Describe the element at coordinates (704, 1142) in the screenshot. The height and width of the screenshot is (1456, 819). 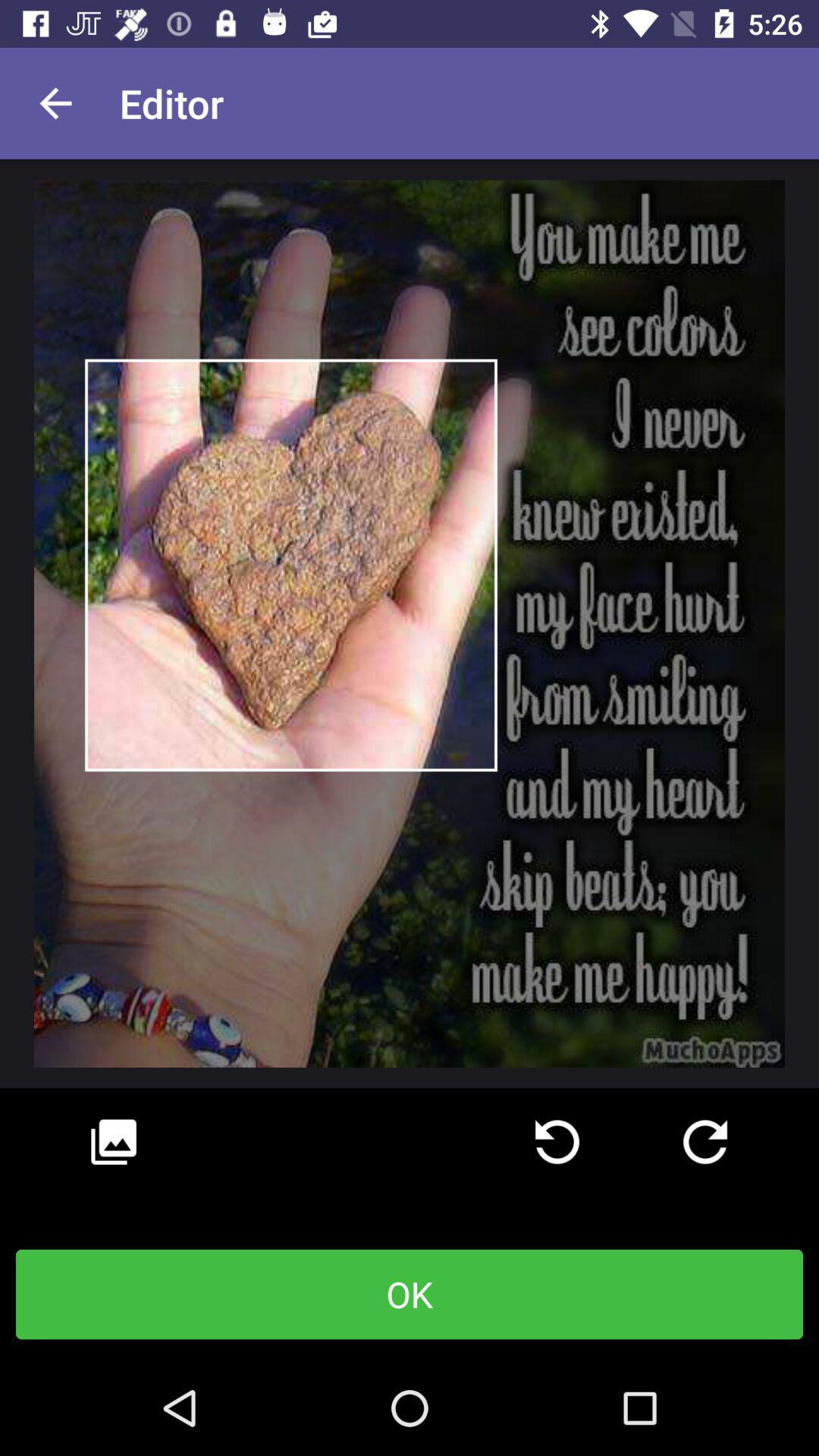
I see `go next` at that location.